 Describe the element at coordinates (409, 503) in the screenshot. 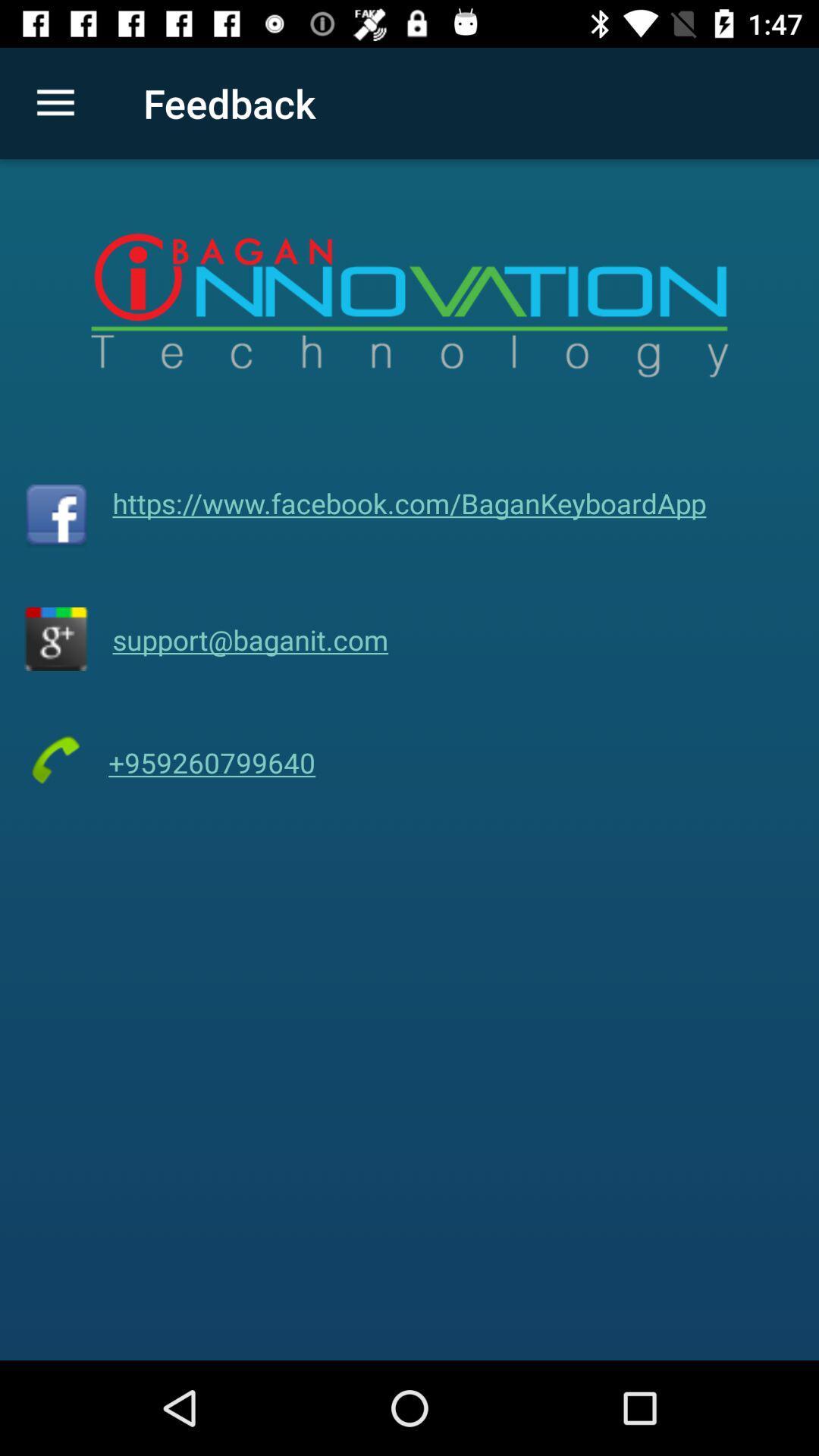

I see `icon at the center` at that location.